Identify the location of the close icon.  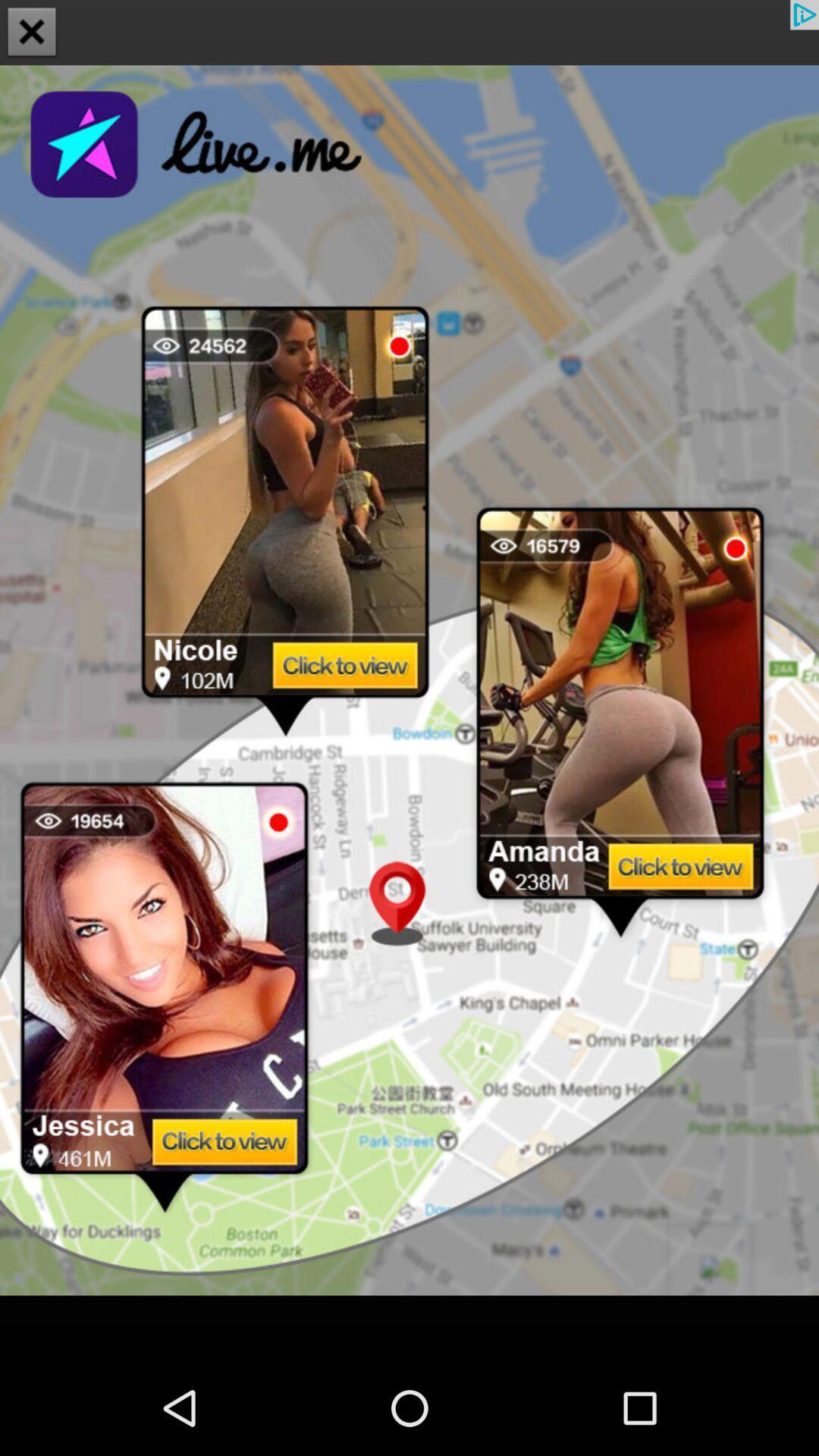
(32, 33).